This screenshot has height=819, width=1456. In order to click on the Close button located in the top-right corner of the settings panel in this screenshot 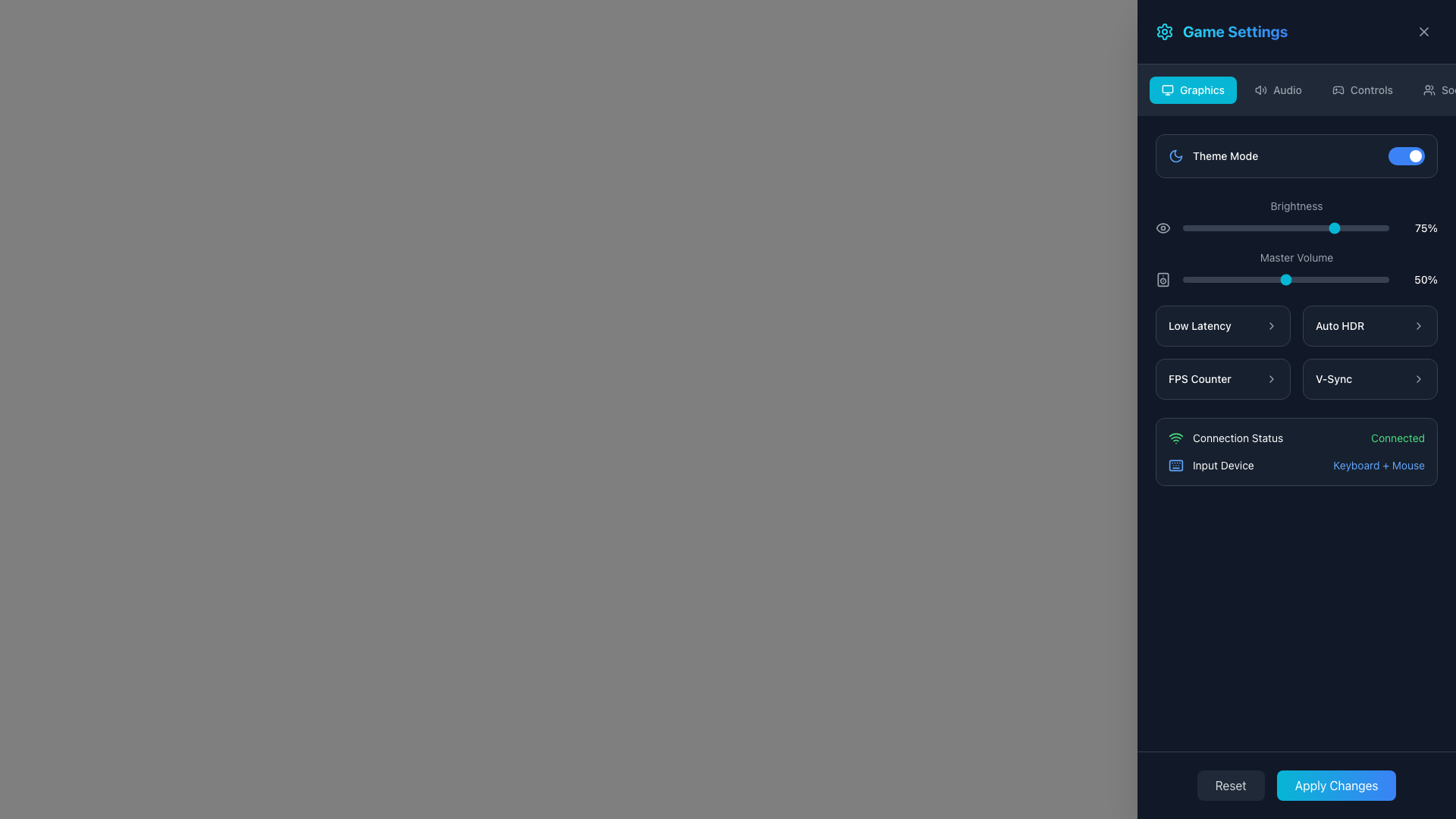, I will do `click(1423, 32)`.